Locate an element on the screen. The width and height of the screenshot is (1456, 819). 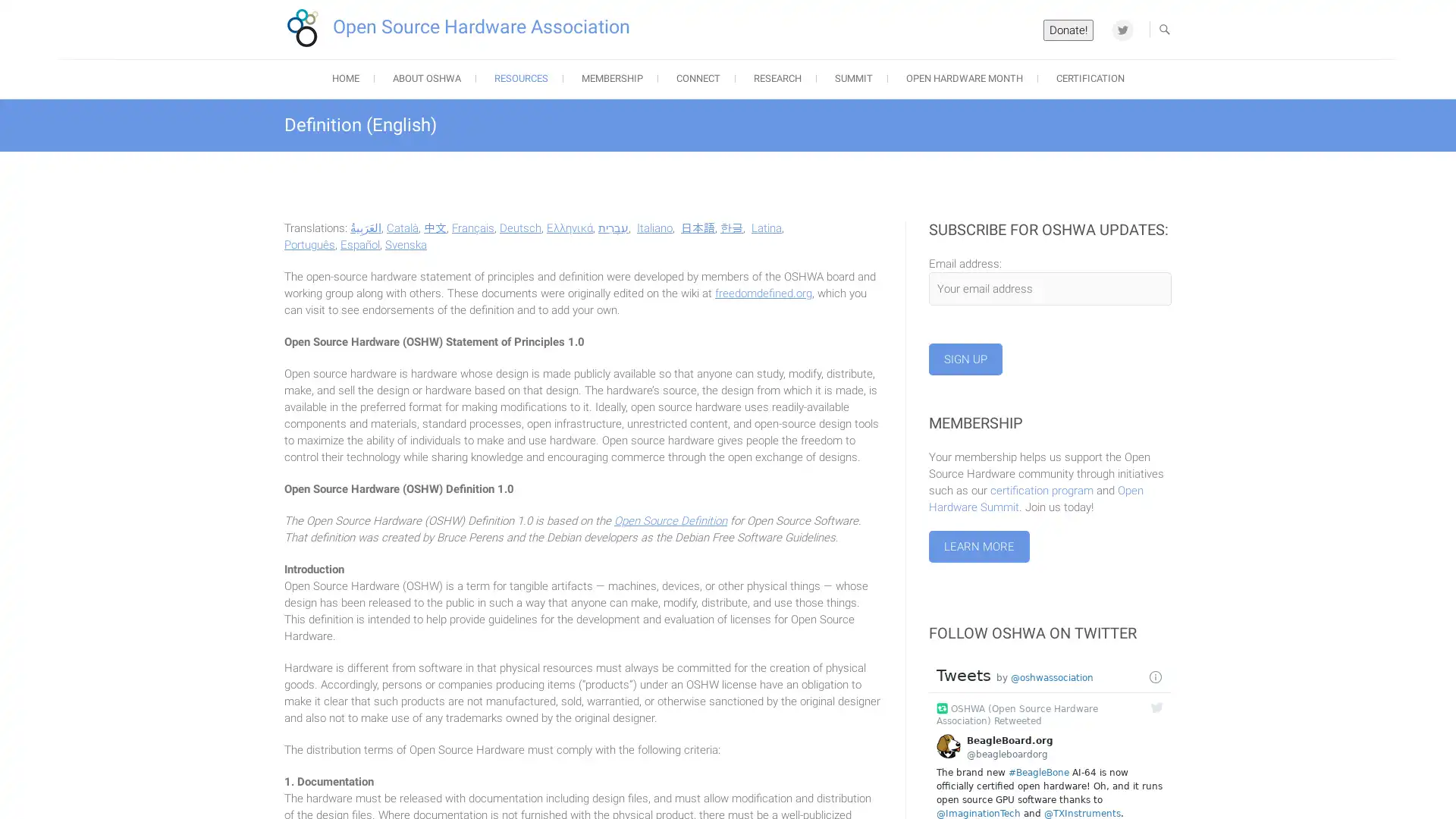
Sign up is located at coordinates (965, 359).